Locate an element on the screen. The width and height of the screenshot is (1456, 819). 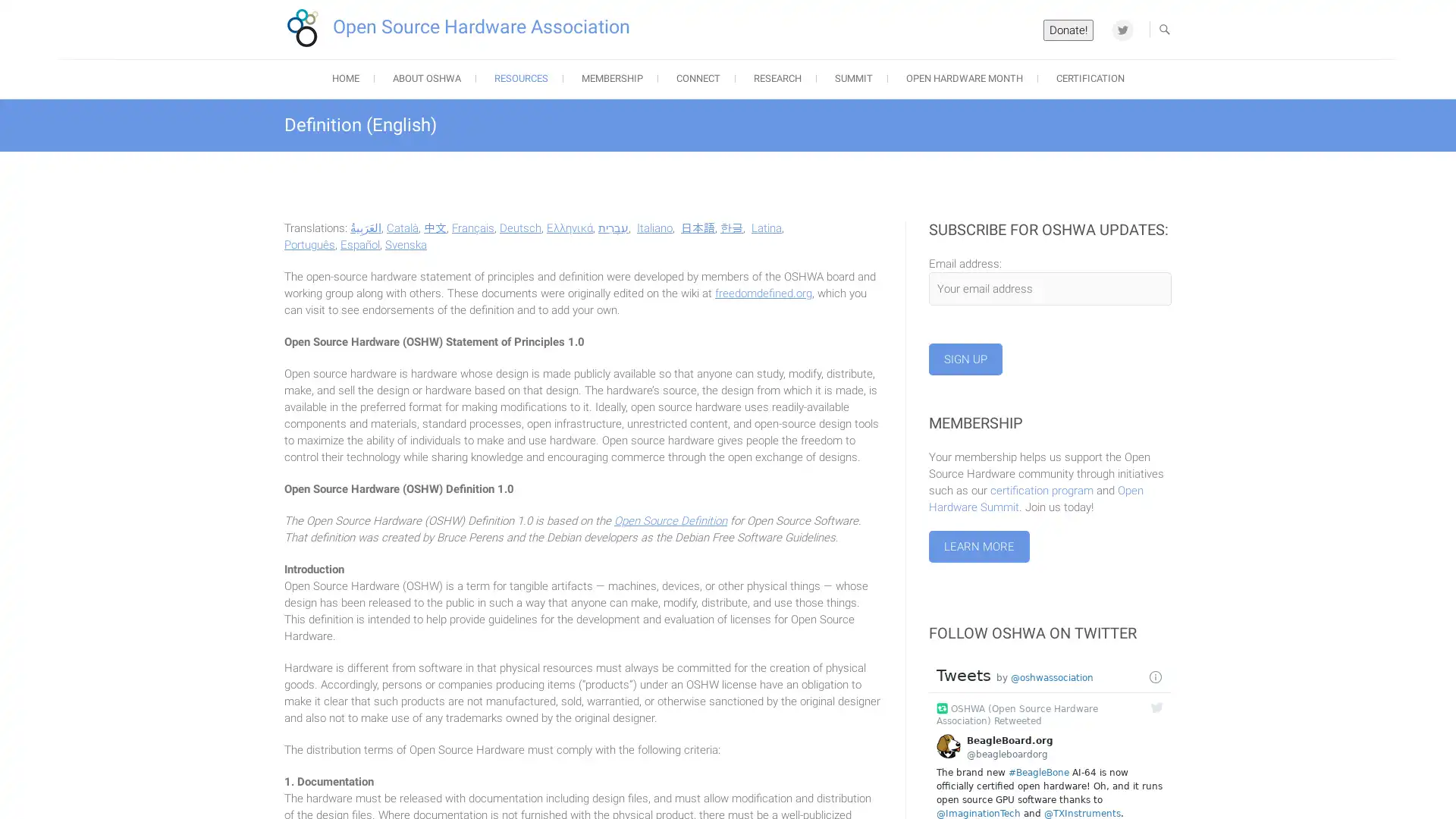
Sign up is located at coordinates (965, 359).